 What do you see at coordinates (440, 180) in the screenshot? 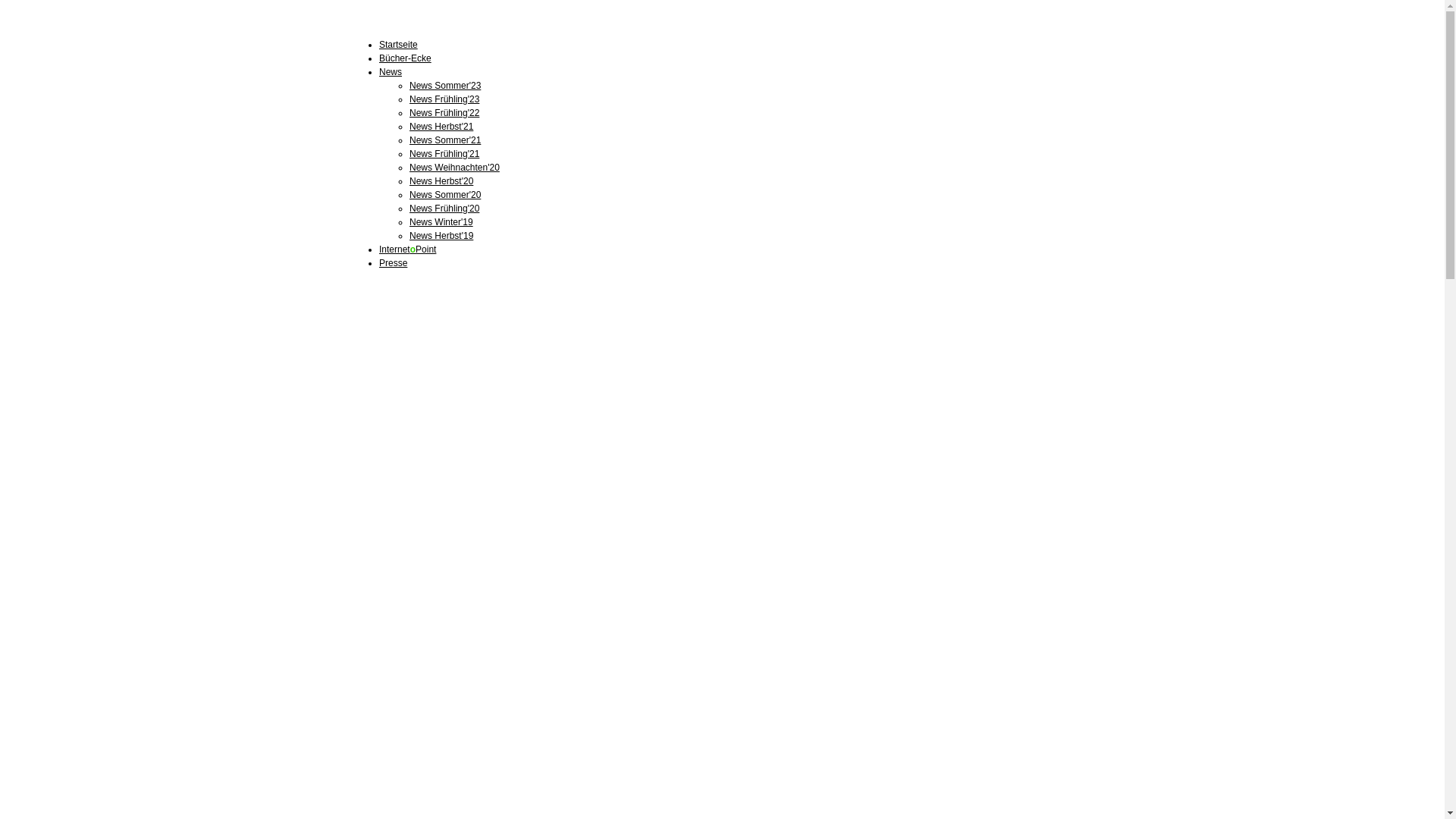
I see `'News Herbst'20'` at bounding box center [440, 180].